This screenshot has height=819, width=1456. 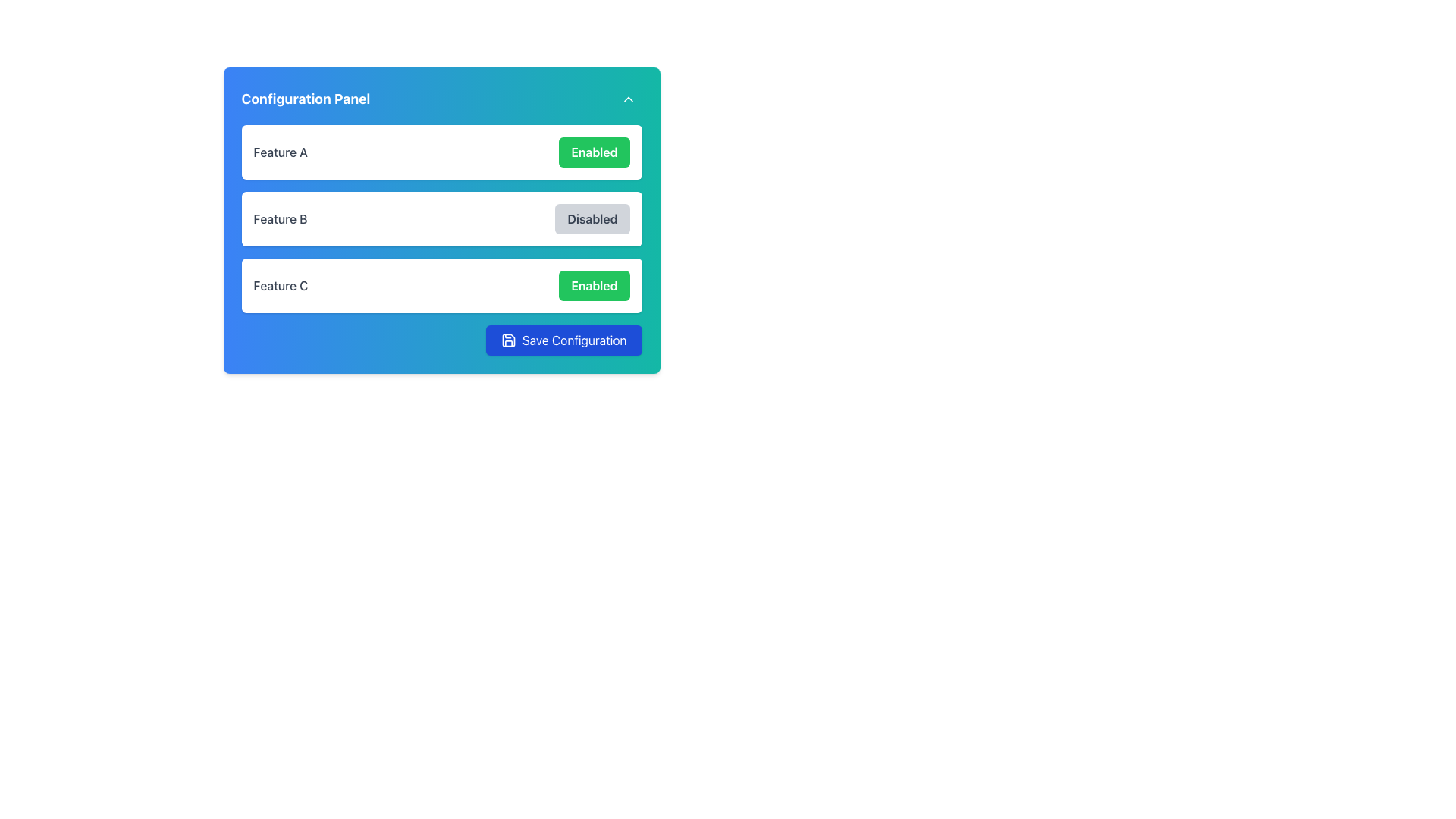 I want to click on the 'Disabled' button in the Feature B configuration row, so click(x=441, y=220).